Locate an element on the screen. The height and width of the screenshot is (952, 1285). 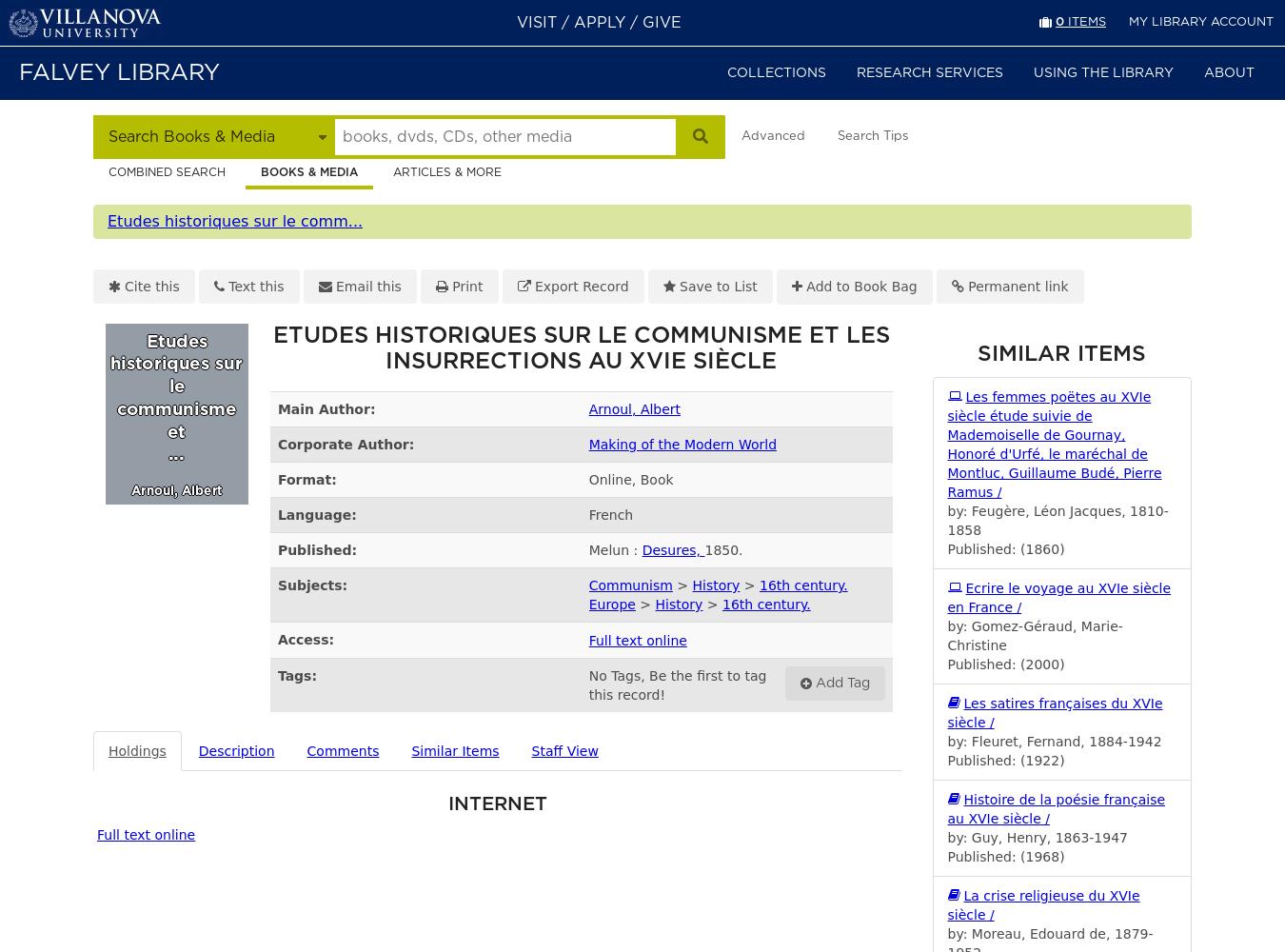
'Print' is located at coordinates (465, 287).